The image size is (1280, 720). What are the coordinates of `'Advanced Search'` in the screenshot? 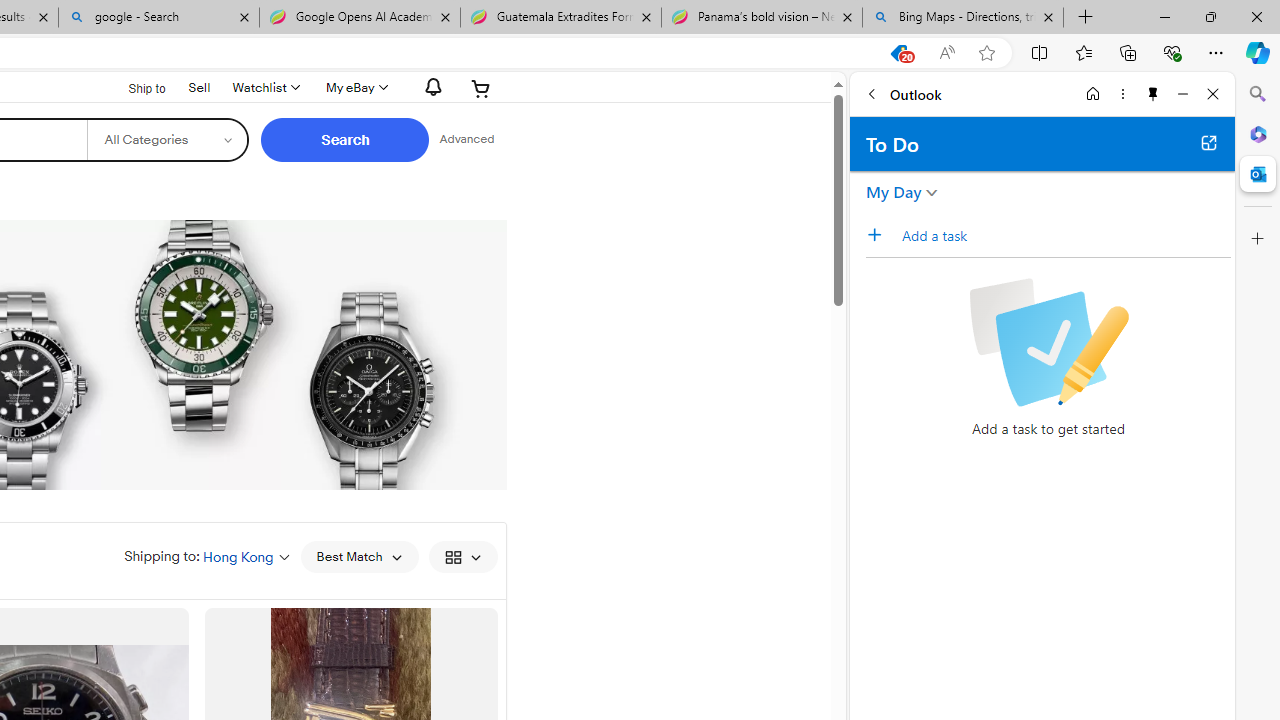 It's located at (466, 139).